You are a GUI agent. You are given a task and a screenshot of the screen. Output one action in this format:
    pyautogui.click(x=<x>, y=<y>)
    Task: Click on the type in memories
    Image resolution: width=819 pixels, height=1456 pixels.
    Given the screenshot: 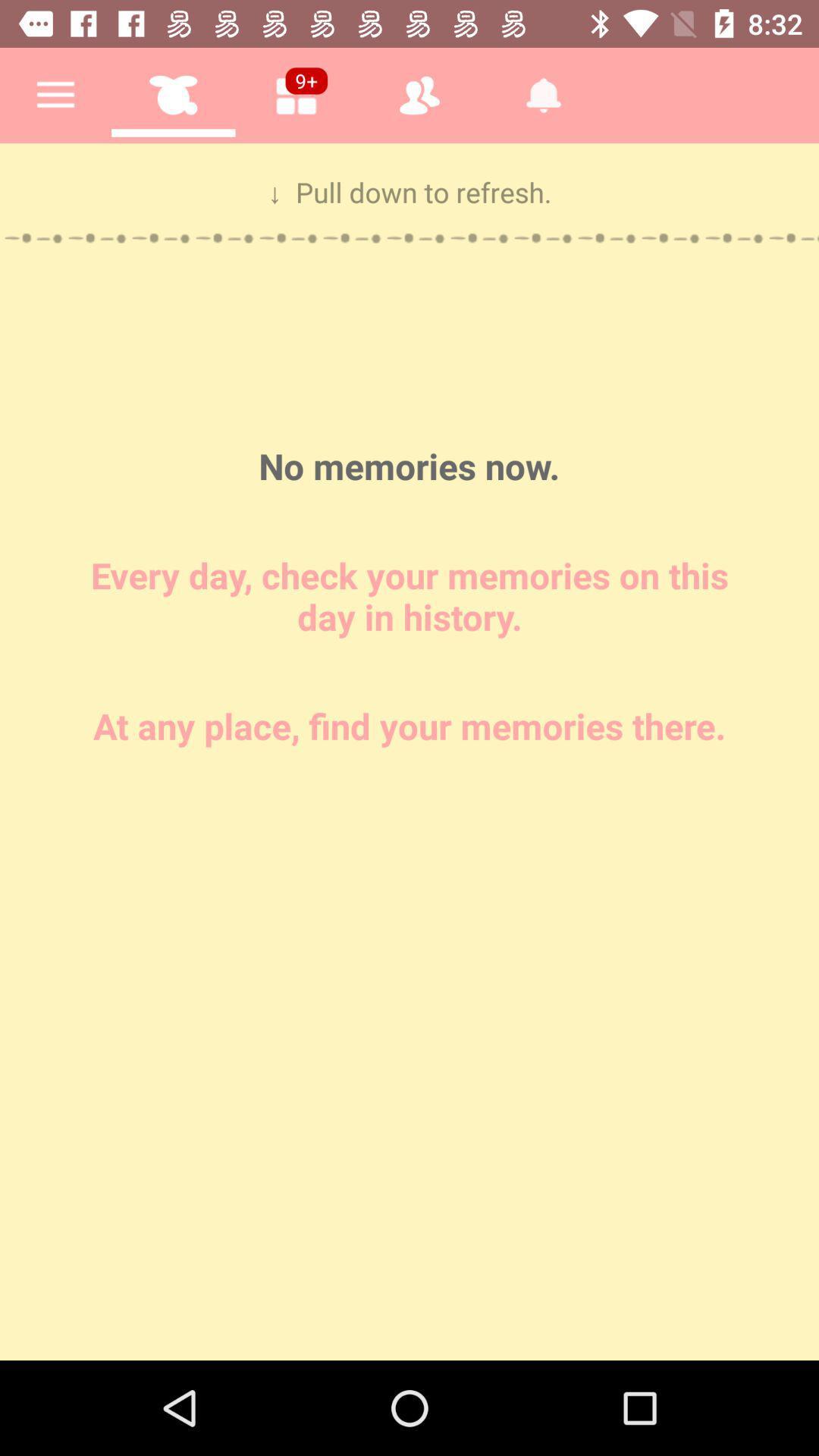 What is the action you would take?
    pyautogui.click(x=409, y=752)
    